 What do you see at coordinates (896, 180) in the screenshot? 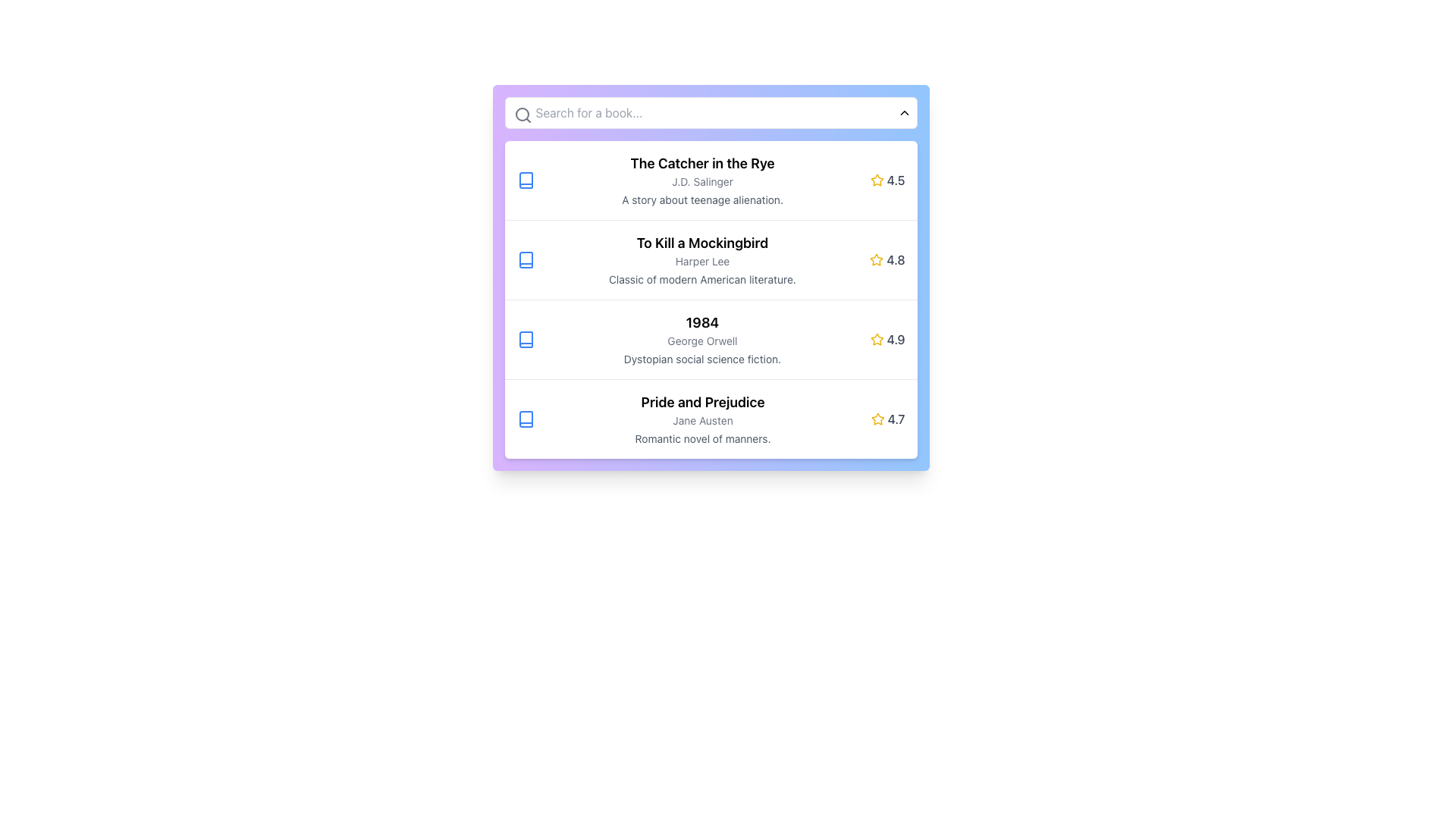
I see `the text label displaying the rating '4.5' for 'The Catcher in the Rye', positioned to the right of the yellow star icon` at bounding box center [896, 180].